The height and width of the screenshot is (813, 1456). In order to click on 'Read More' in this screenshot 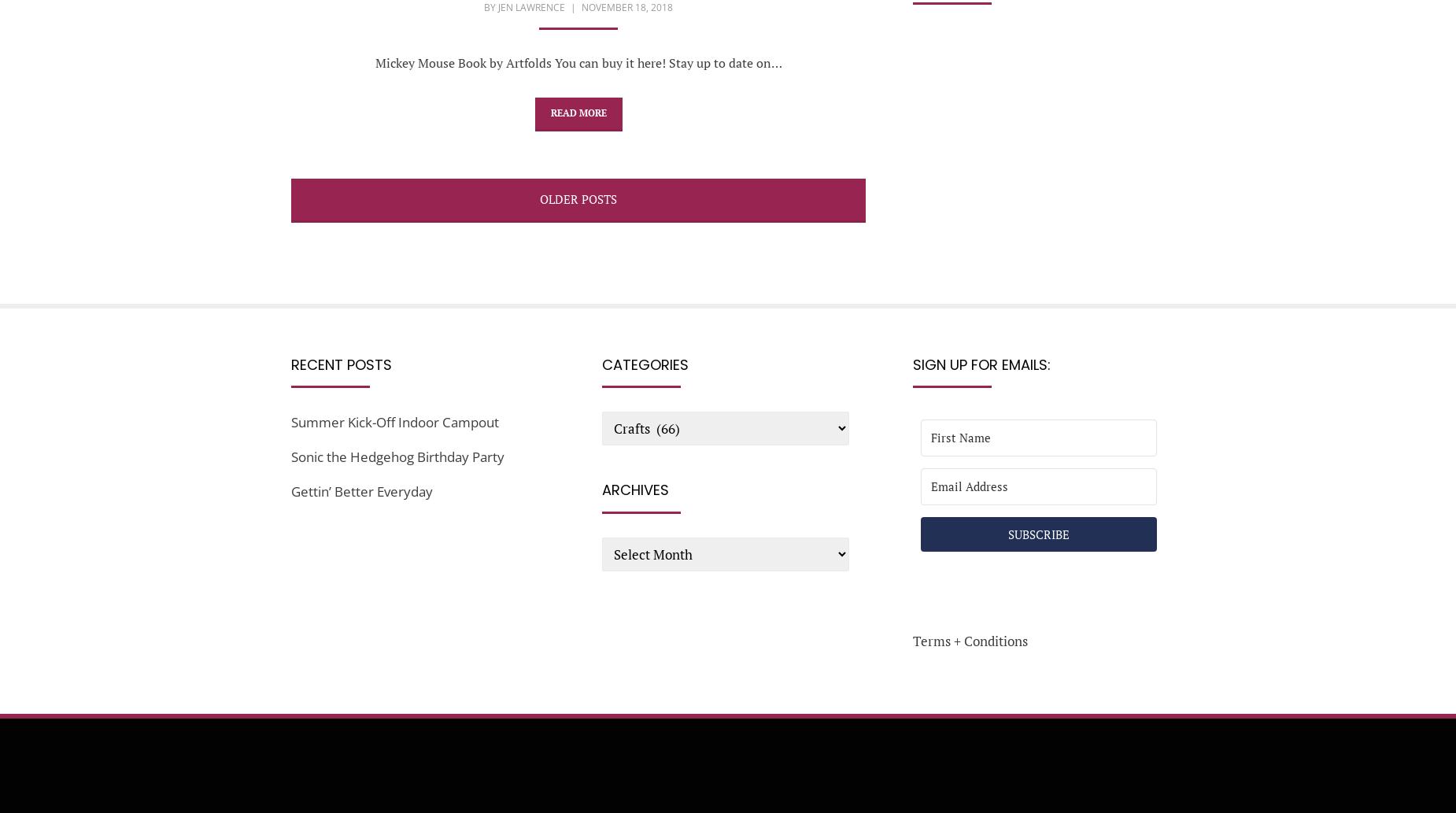, I will do `click(578, 113)`.